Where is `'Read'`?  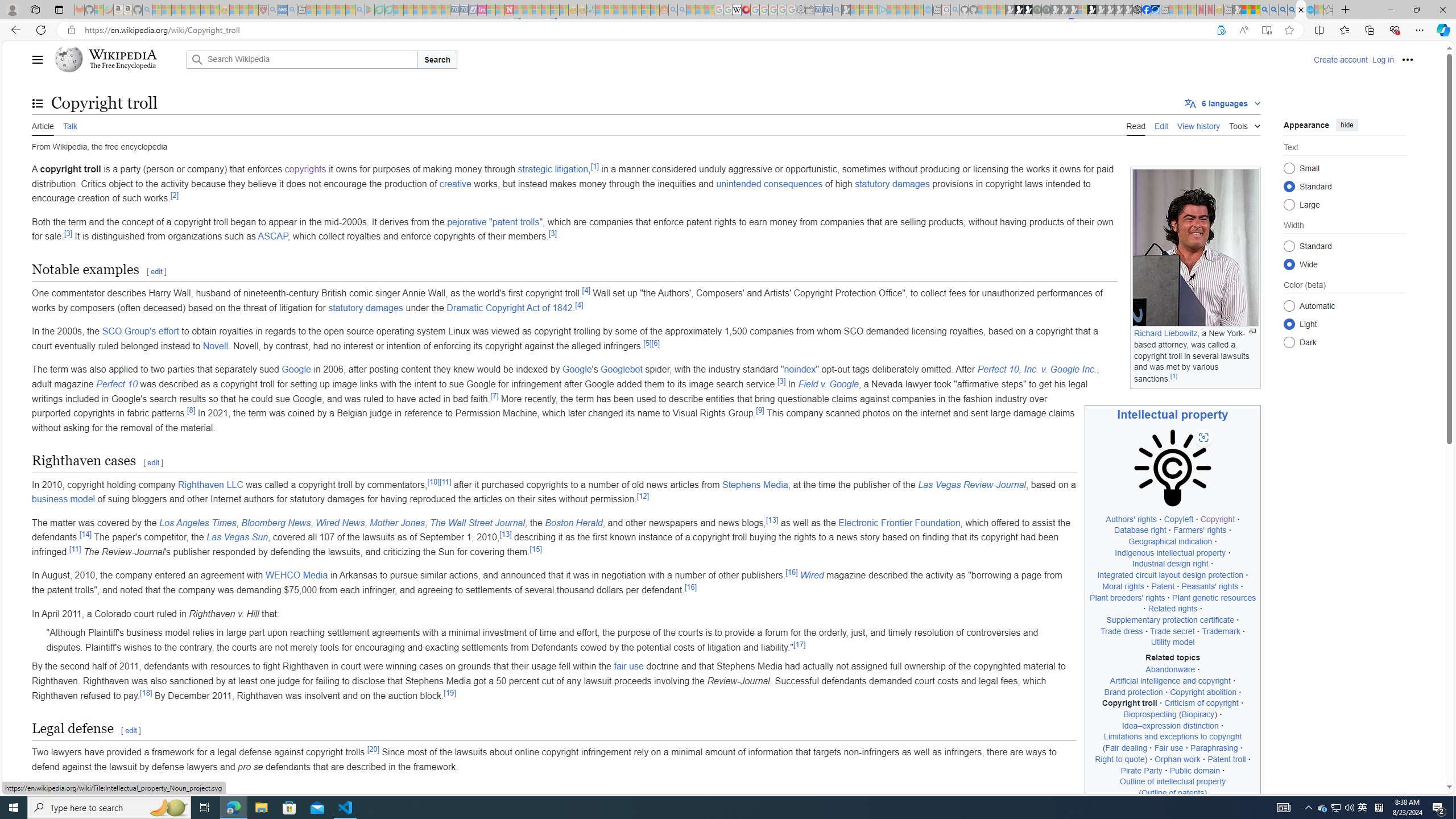 'Read' is located at coordinates (1135, 124).